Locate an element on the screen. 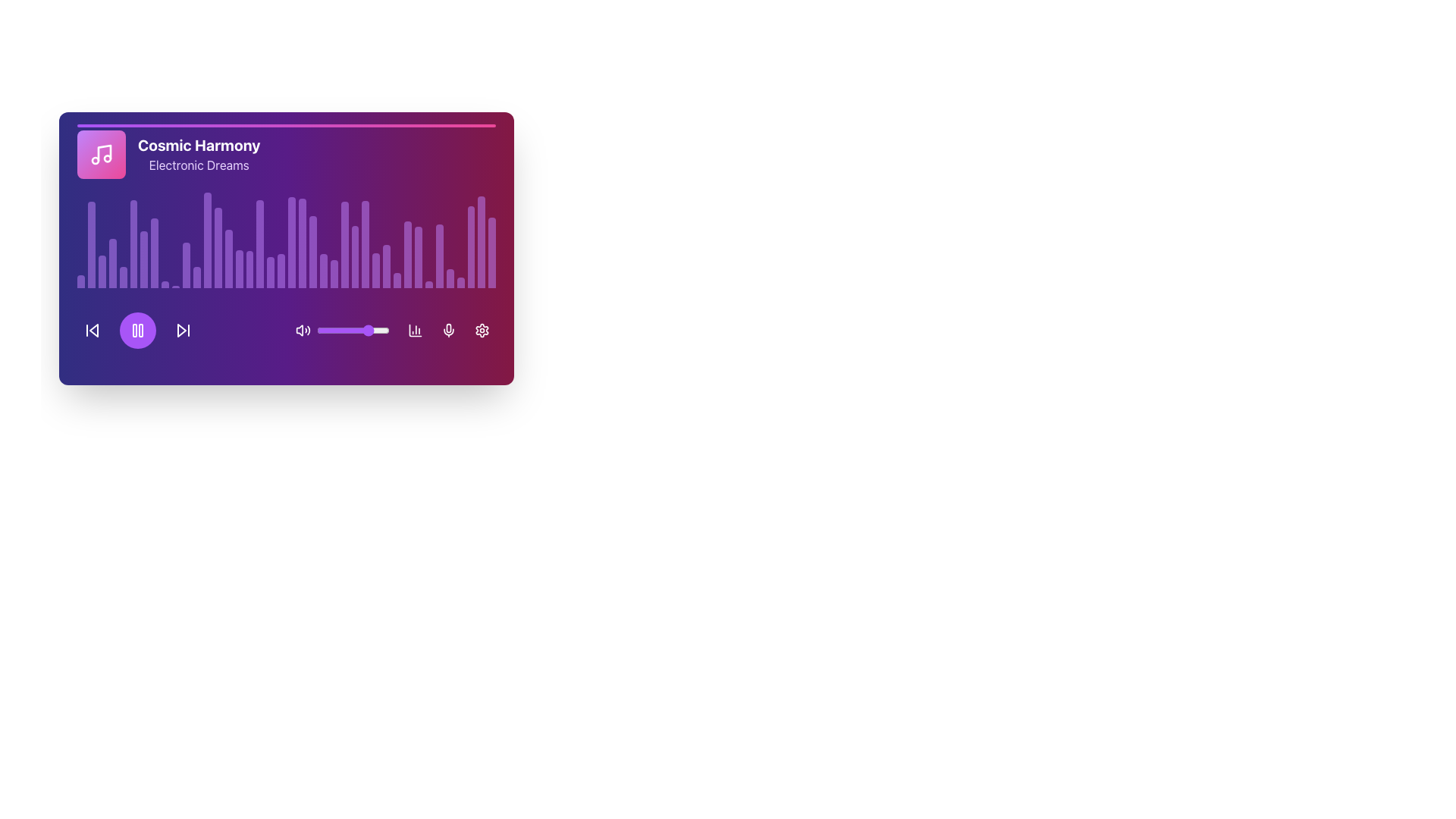 The image size is (1456, 819). the 'skip forward' button with a purple background and white iconography, located towards the bottom center of the interface after the 'play/pause' button, to skip to the next track is located at coordinates (182, 329).